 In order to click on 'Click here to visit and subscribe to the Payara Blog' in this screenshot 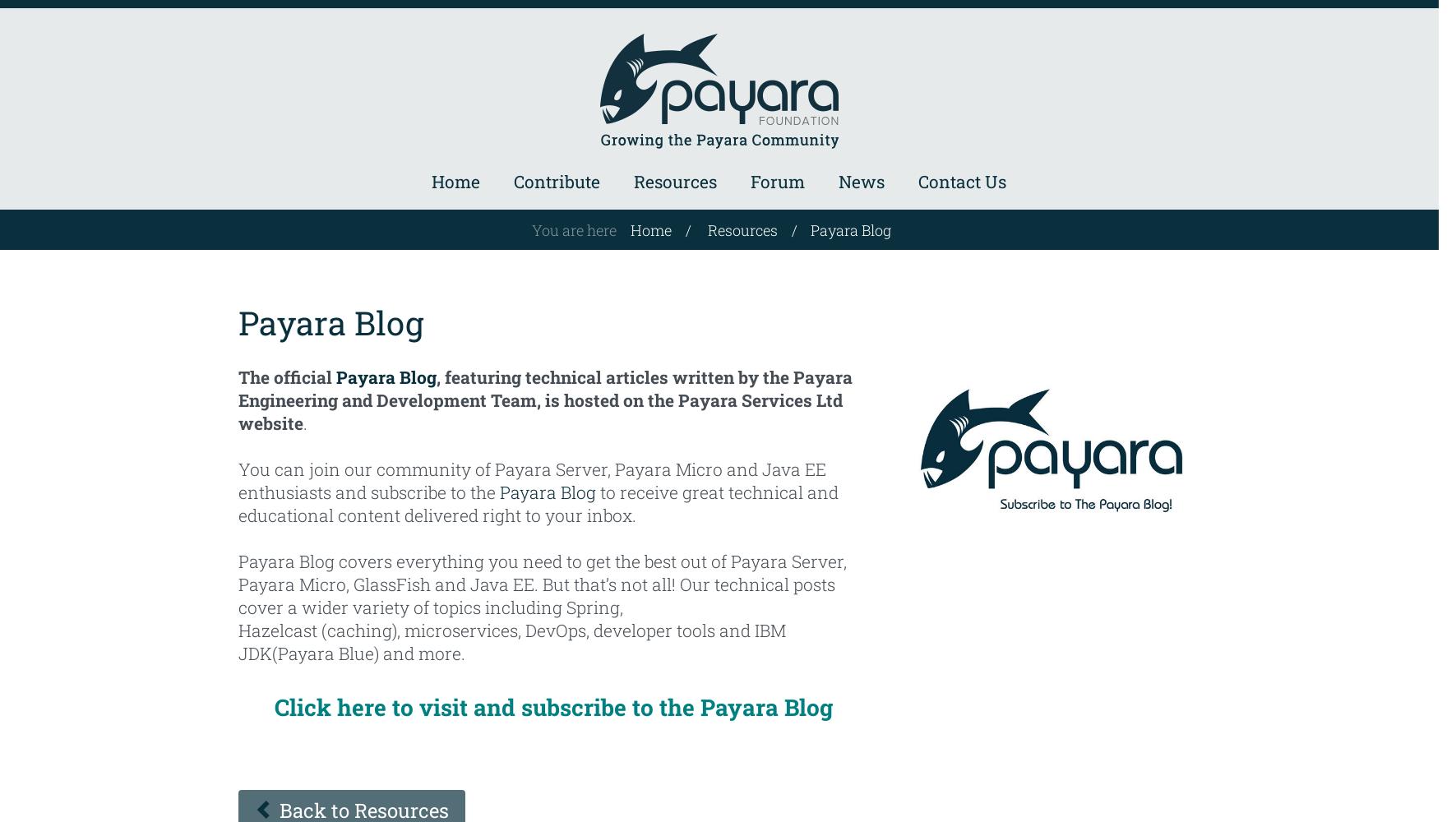, I will do `click(552, 706)`.